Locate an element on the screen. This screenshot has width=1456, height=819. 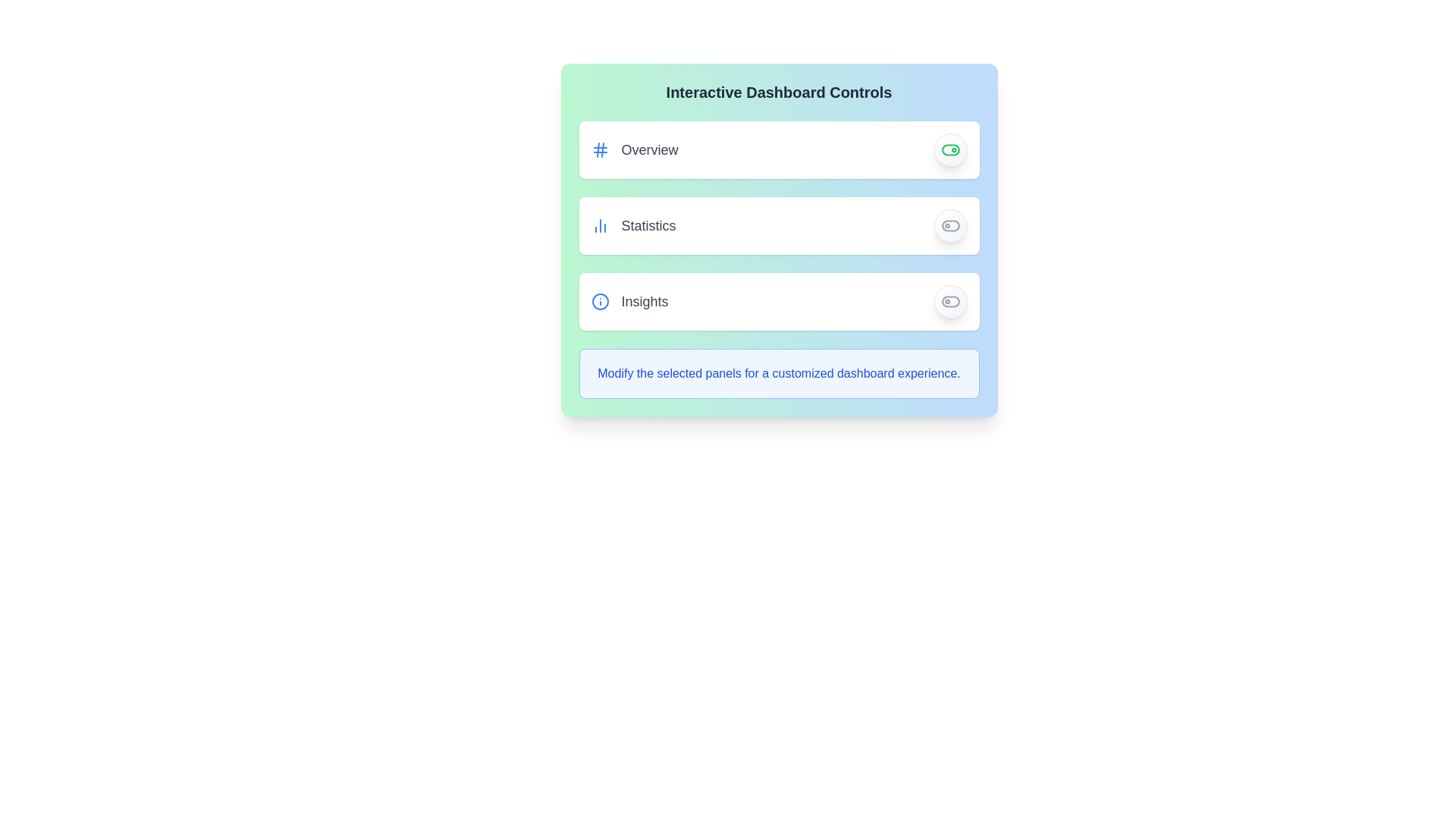
the label that provides navigation for the statistics section in the interactive dashboard controls, located to the right of a chart-like icon is located at coordinates (648, 225).